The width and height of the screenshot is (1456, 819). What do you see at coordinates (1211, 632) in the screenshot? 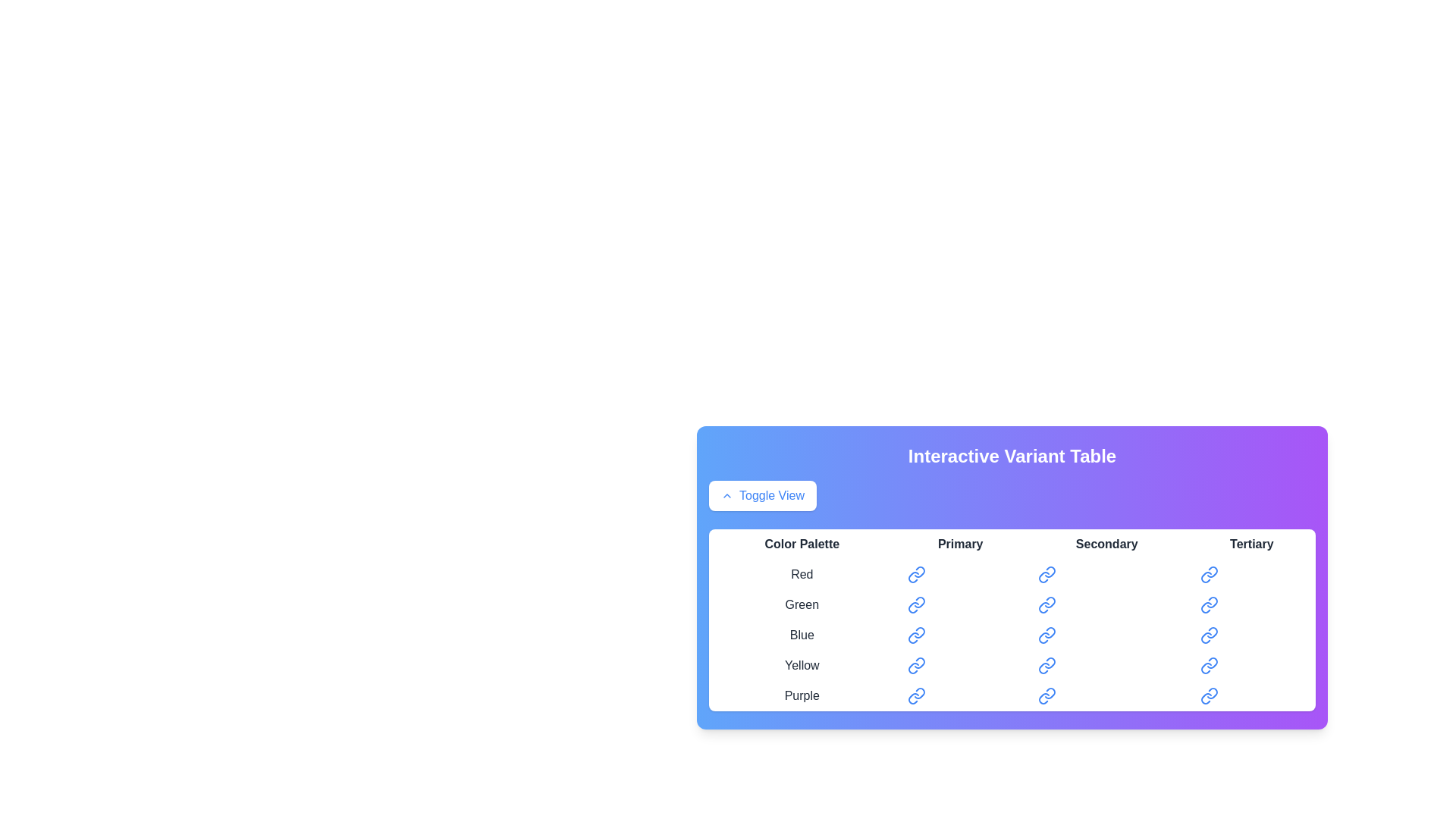
I see `the Icon Segment in the 'Tertiary' column and 'Blue' row of the Interactive Variant Table, which visually represents a hyperlink icon` at bounding box center [1211, 632].